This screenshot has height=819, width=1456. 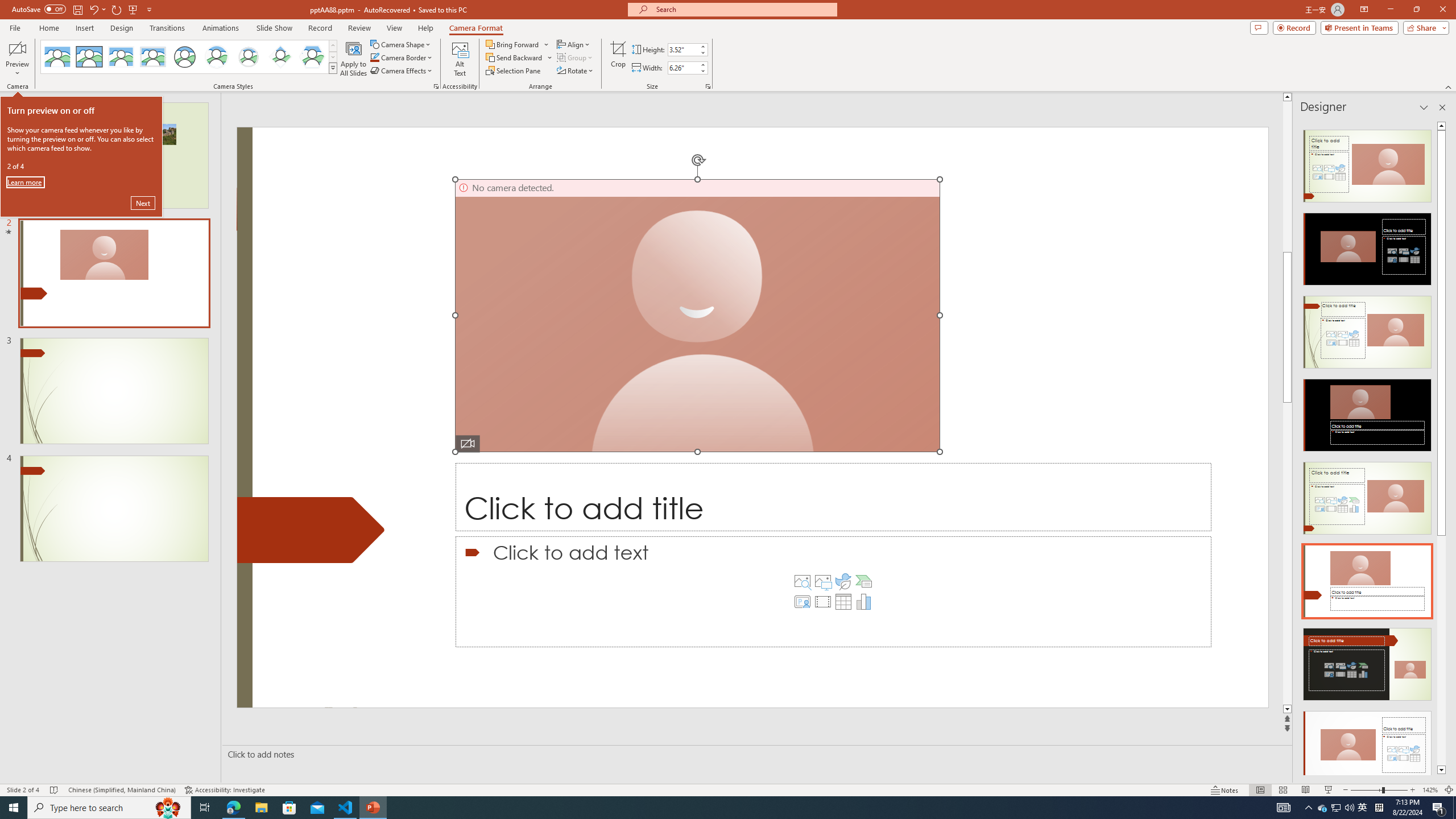 I want to click on 'Send Backward', so click(x=514, y=56).